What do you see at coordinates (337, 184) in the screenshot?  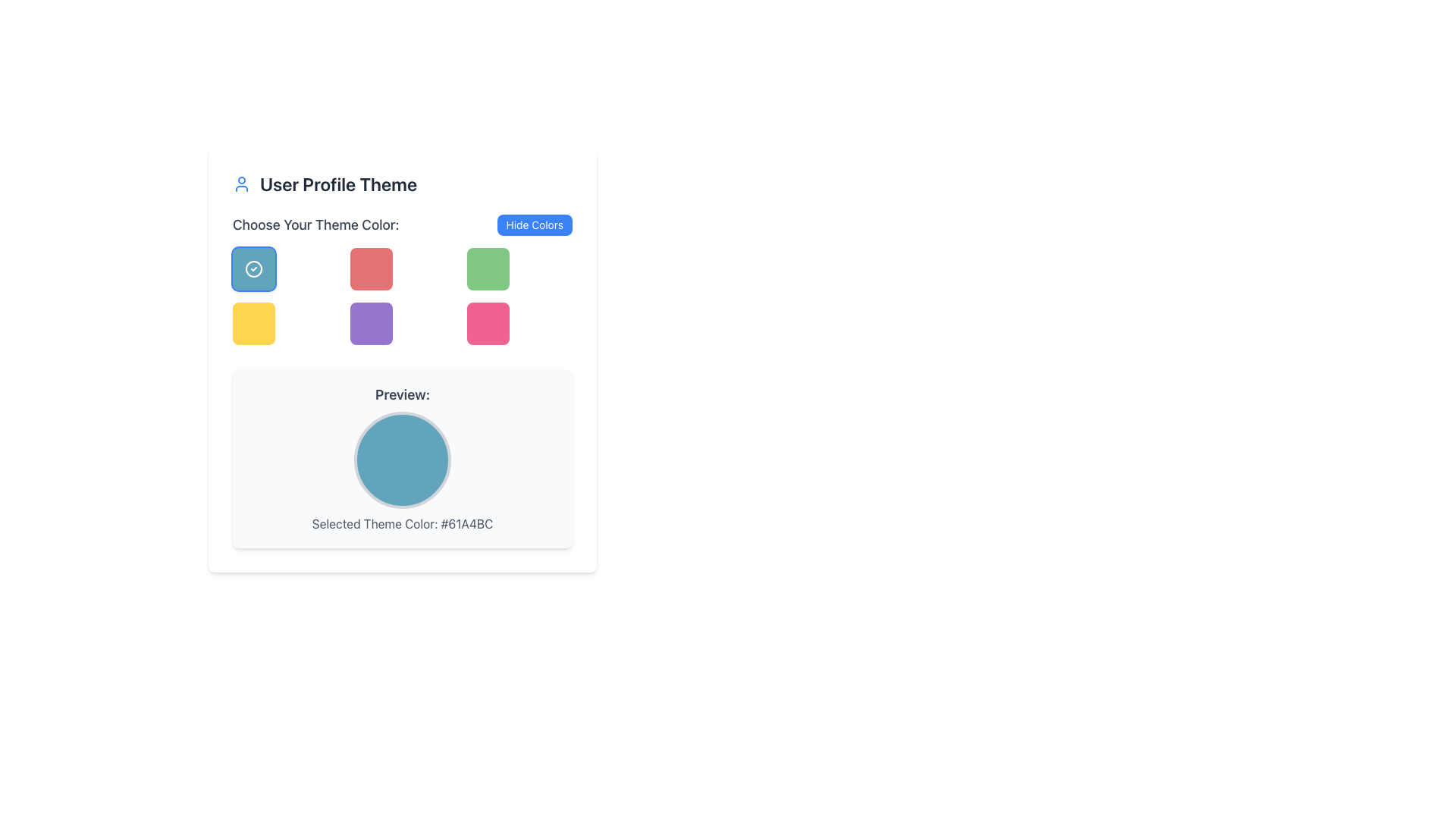 I see `text from the heading labeled 'User Profile Theme', which is prominently displayed in large, bold, dark-gray text next to a circular profile icon` at bounding box center [337, 184].